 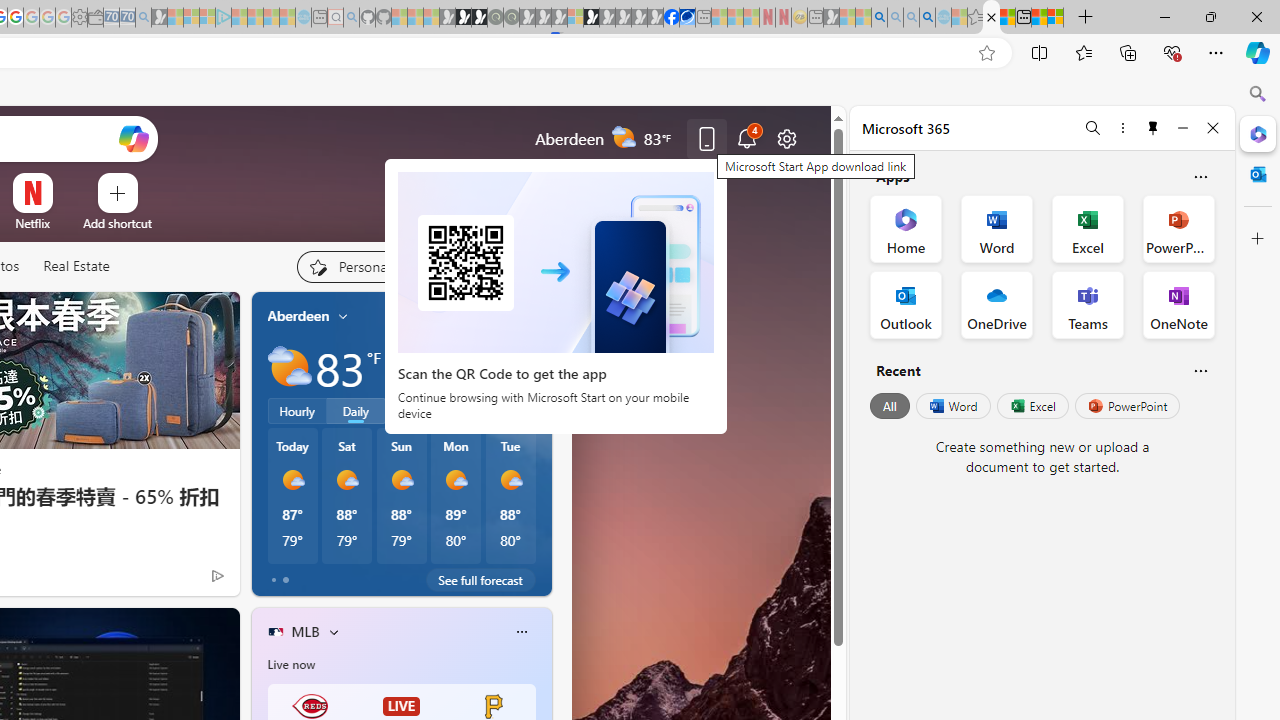 What do you see at coordinates (357, 266) in the screenshot?
I see `'Personalize your feed"'` at bounding box center [357, 266].